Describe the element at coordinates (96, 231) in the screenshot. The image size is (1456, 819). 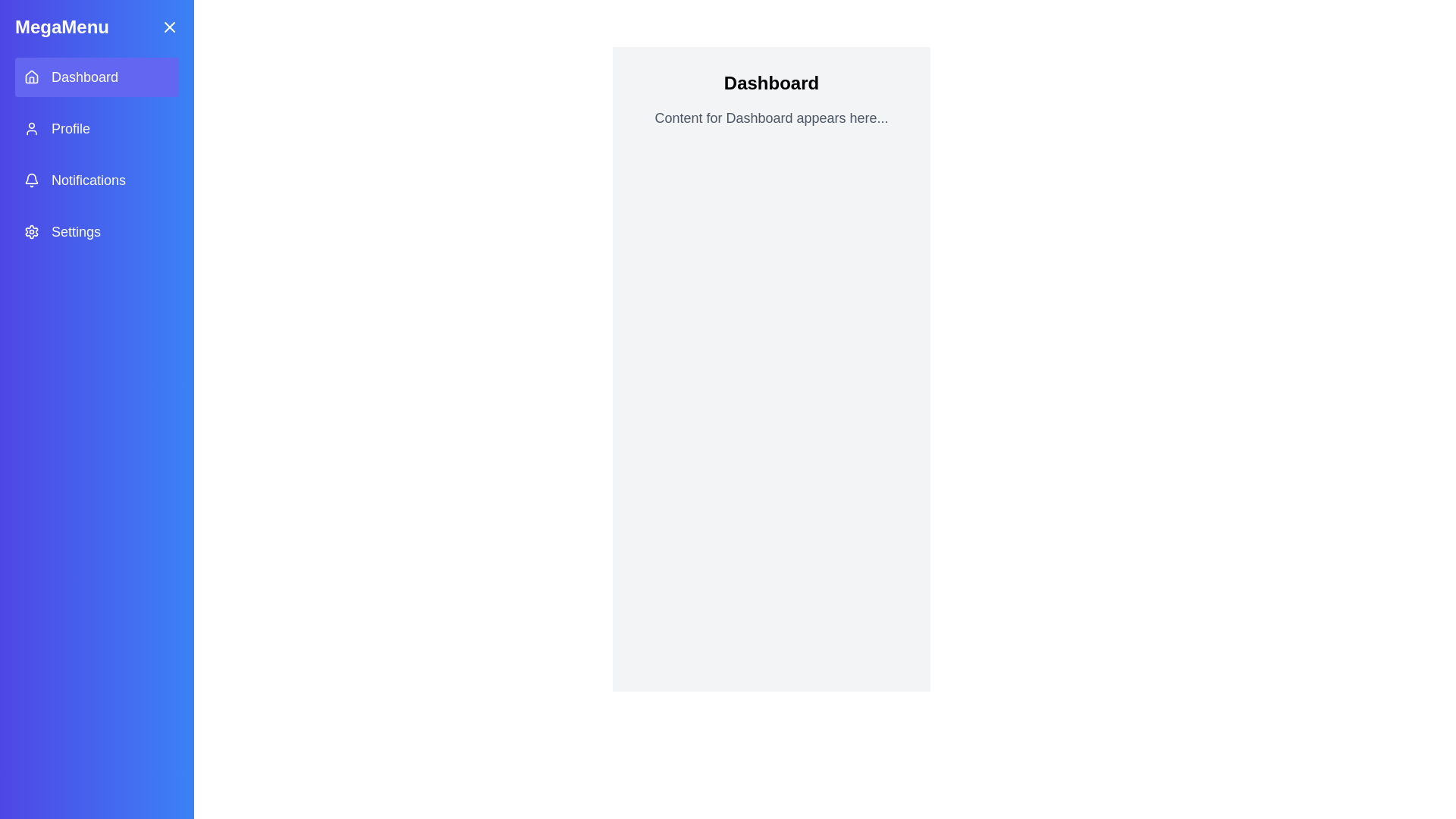
I see `the 'Settings' menu item featuring a gear icon, located in the MegaMenu sidebar, which is the fourth entry in the vertical list of menu options` at that location.